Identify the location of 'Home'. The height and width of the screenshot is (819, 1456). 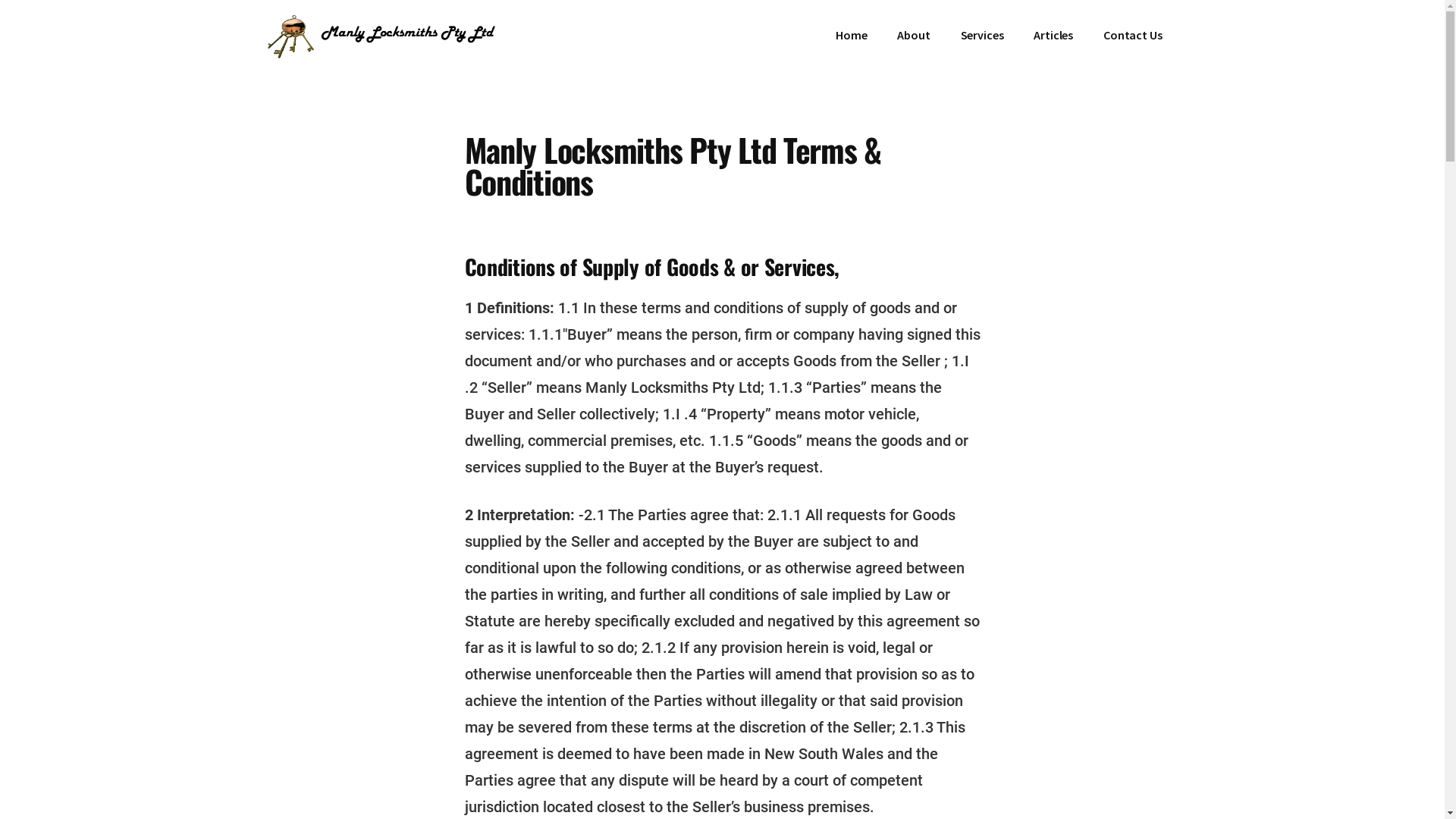
(851, 34).